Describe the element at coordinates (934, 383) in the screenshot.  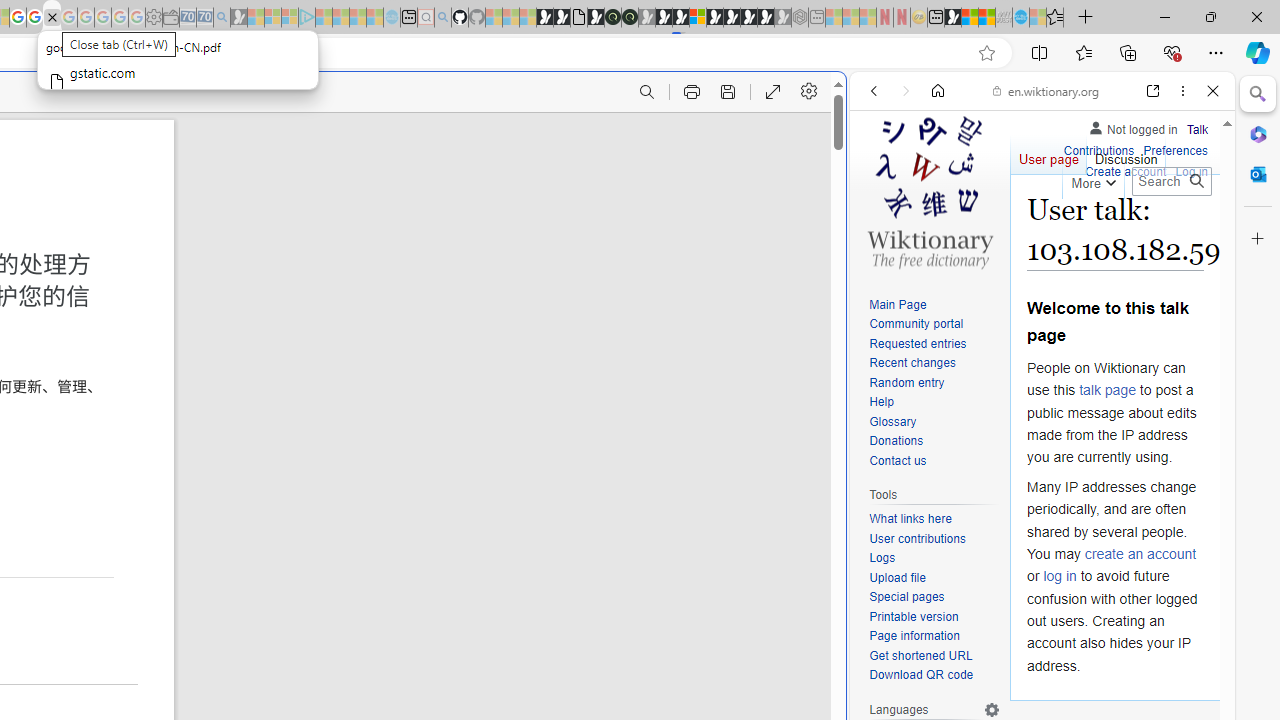
I see `'Random entry'` at that location.